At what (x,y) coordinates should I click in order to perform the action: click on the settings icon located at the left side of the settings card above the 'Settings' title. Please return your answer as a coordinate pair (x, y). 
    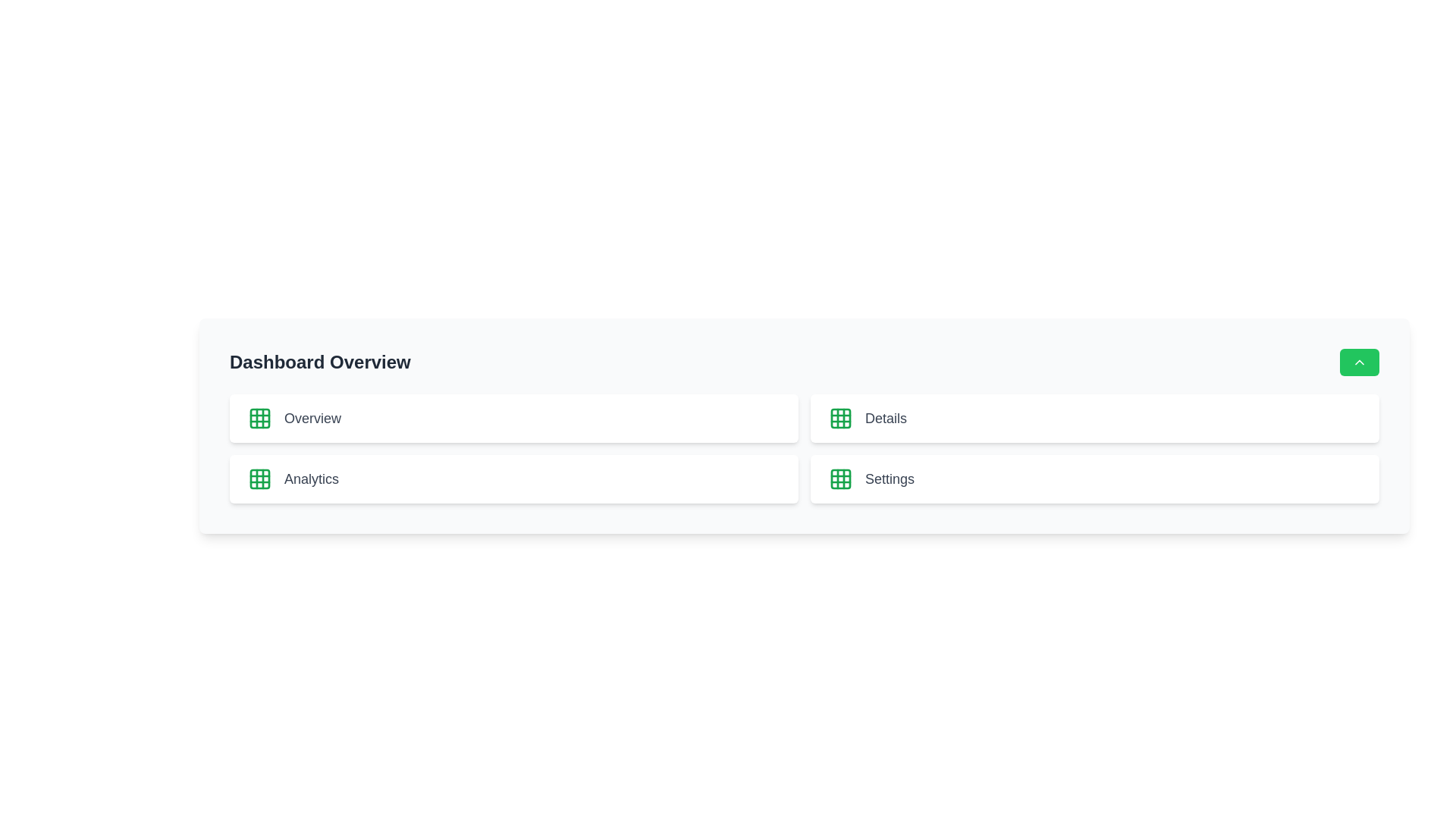
    Looking at the image, I should click on (839, 479).